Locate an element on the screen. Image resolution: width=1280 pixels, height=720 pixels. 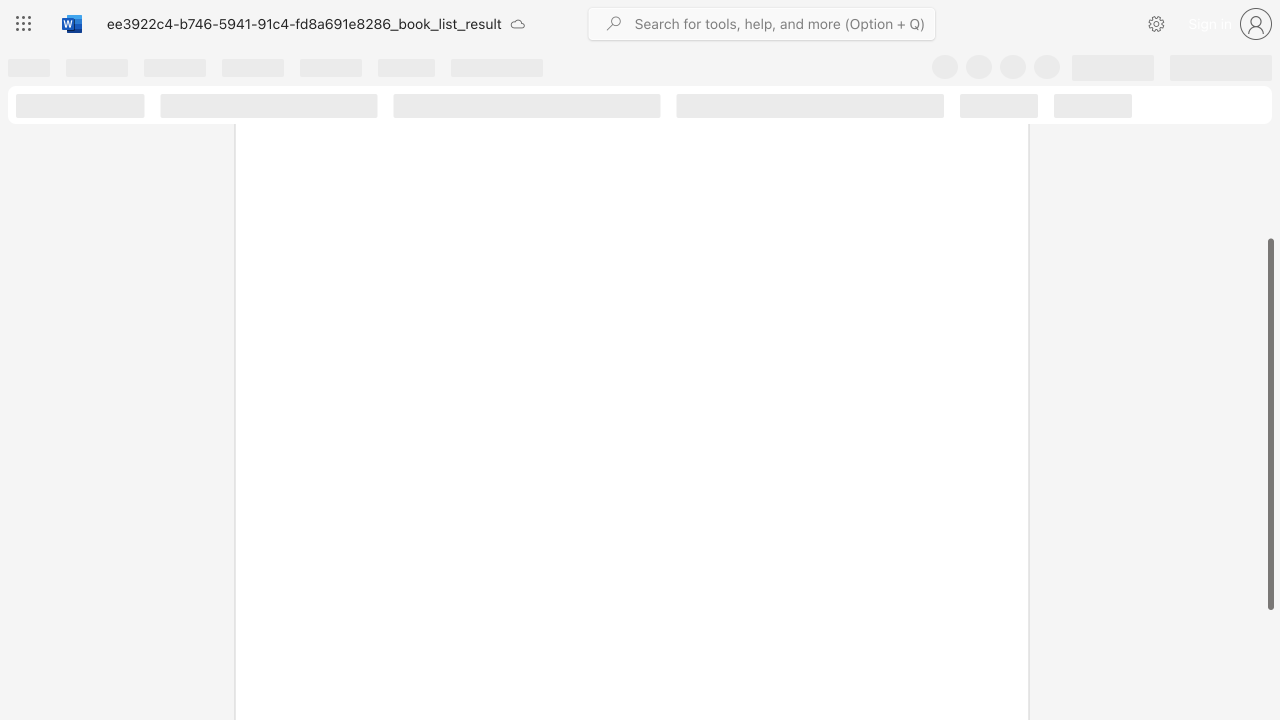
the scrollbar on the right side to scroll the page up is located at coordinates (1269, 138).